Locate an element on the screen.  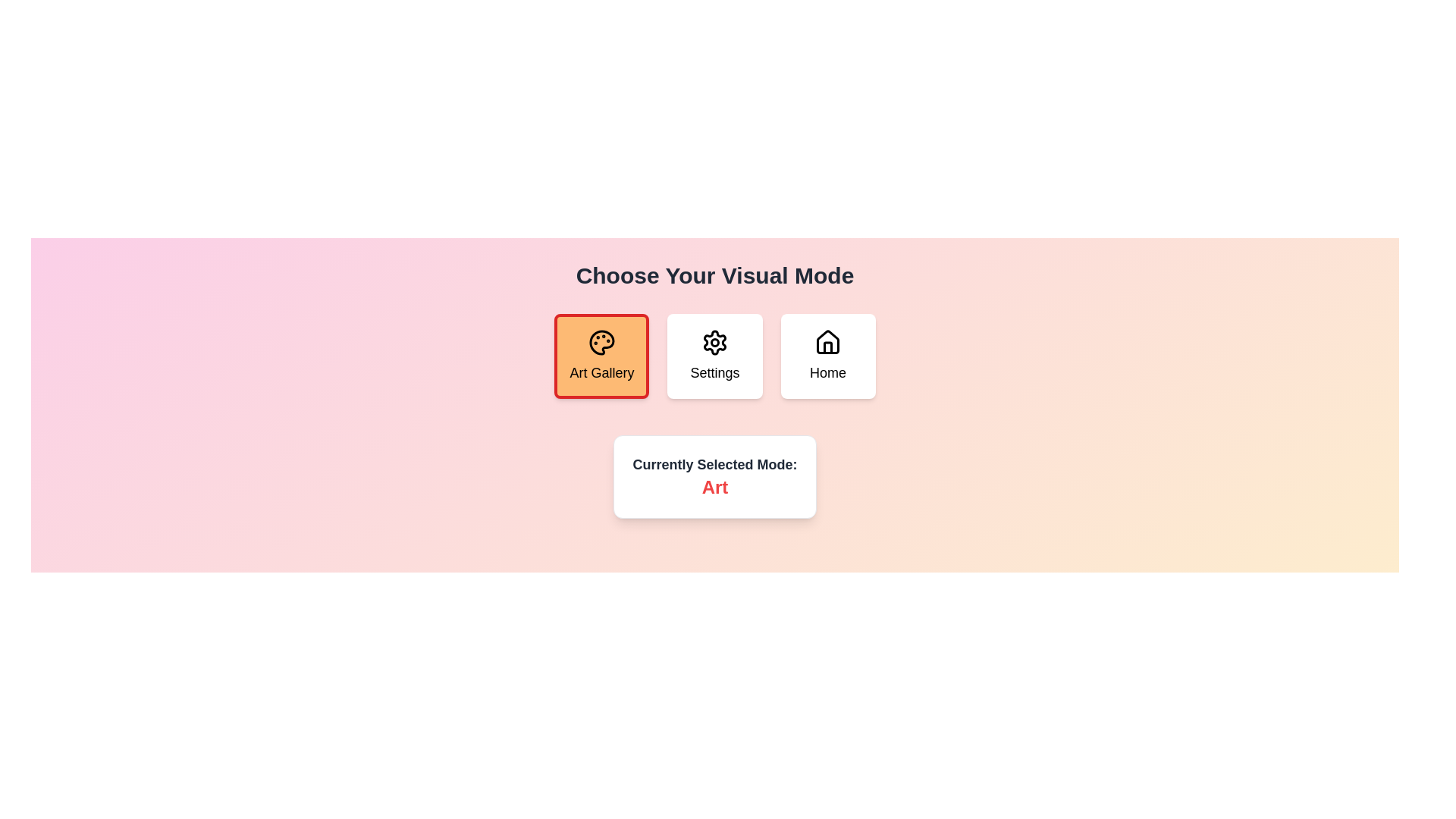
the mode labeled Settings to inspect its icon and label is located at coordinates (714, 356).